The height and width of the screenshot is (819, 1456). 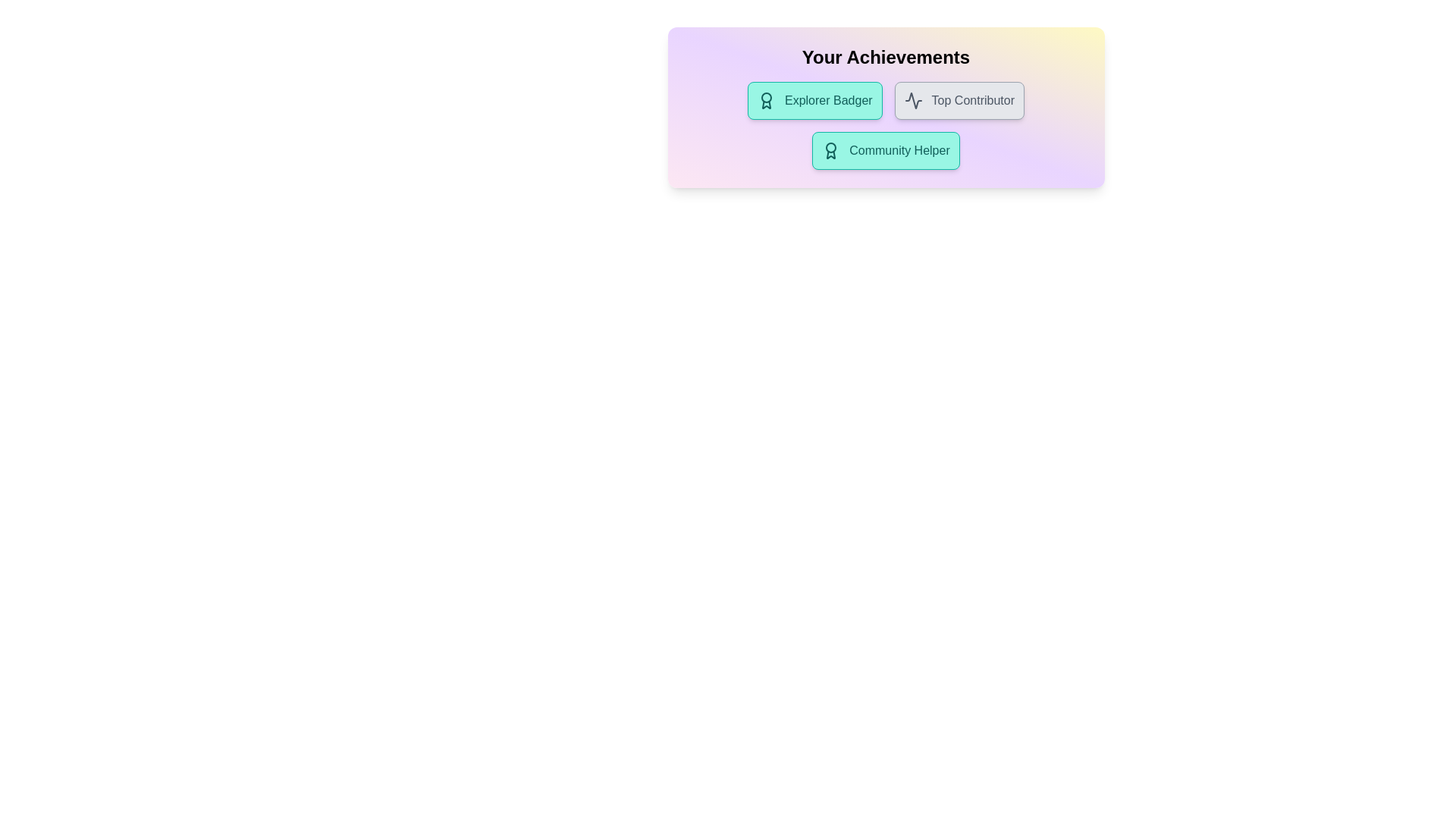 What do you see at coordinates (767, 100) in the screenshot?
I see `the icon within the chip labeled 'Explorer Badger'` at bounding box center [767, 100].